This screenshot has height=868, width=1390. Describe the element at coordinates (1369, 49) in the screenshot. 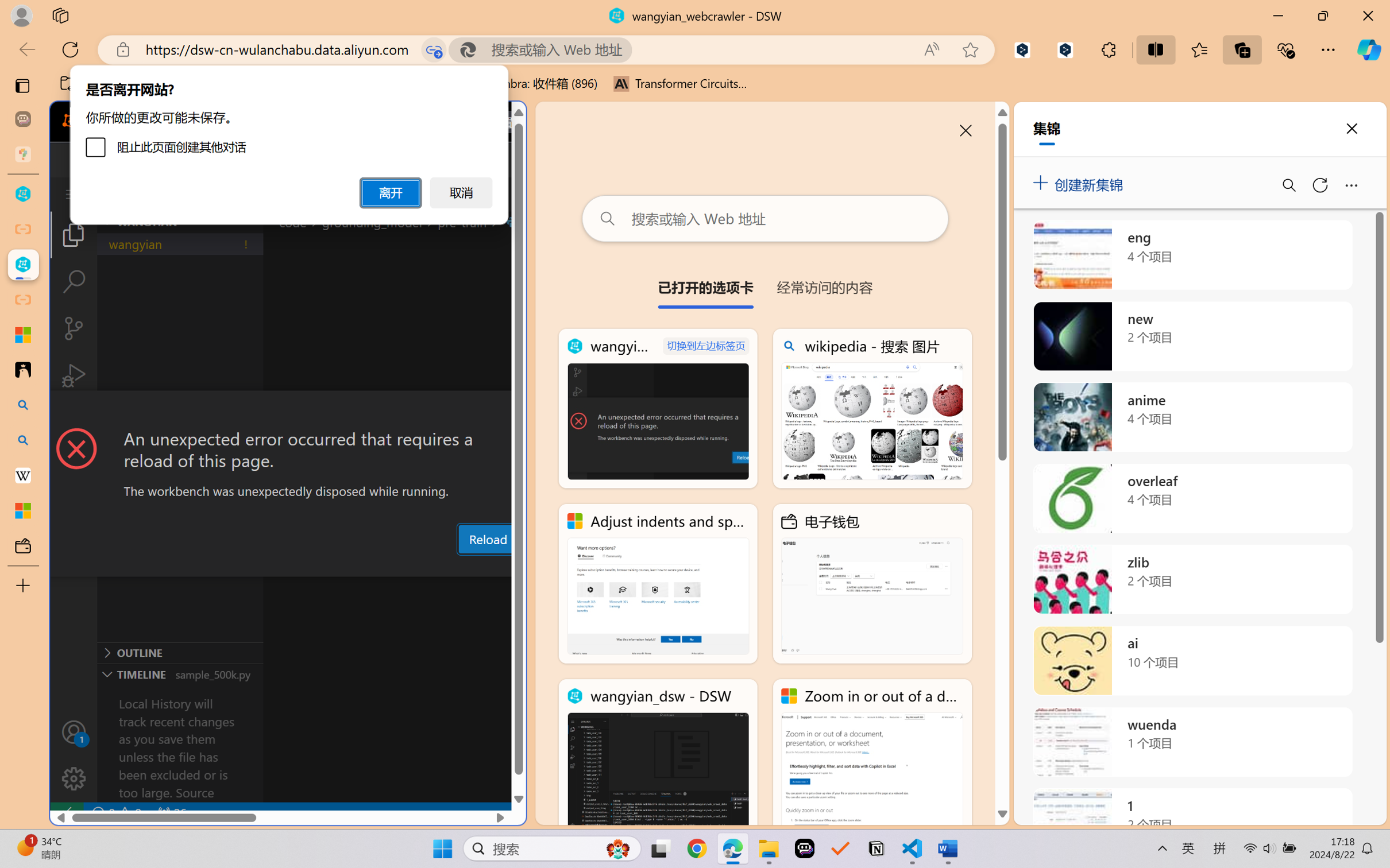

I see `'Copilot (Ctrl+Shift+.)'` at that location.